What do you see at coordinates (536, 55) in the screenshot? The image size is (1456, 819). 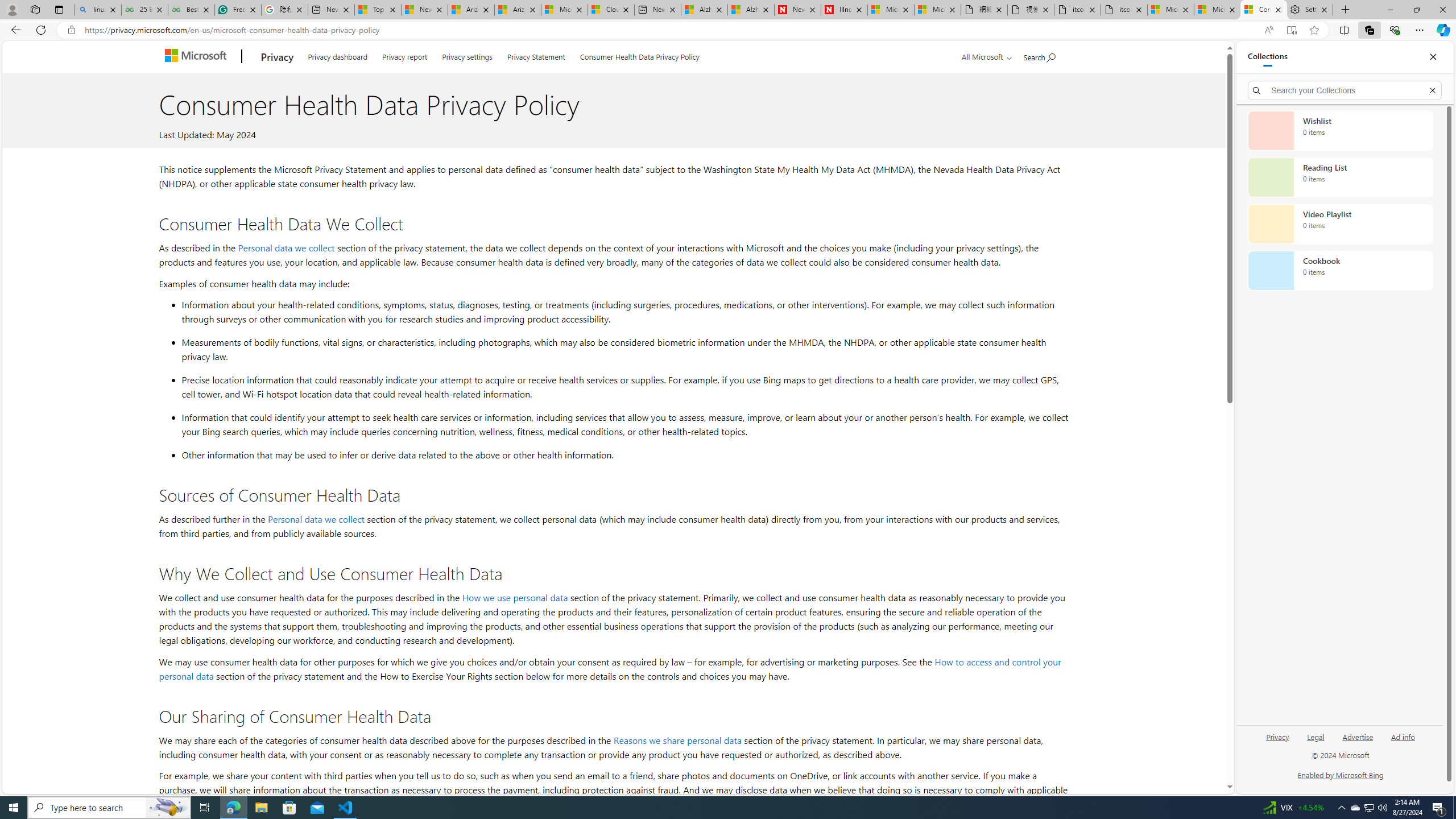 I see `'Privacy Statement'` at bounding box center [536, 55].